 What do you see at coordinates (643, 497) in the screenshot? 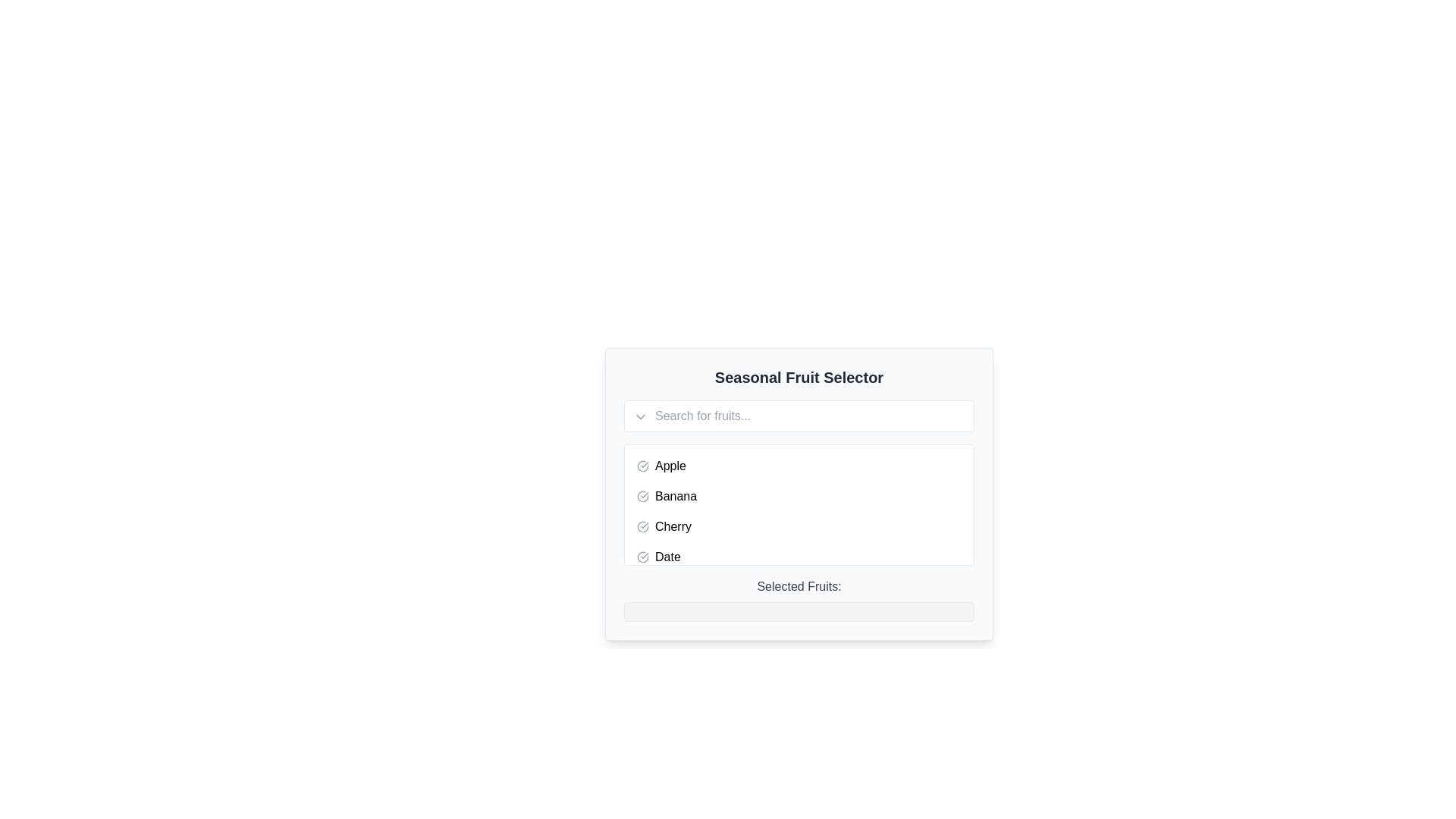
I see `the circular vector icon with a checkmark inside, located next to the text 'Banana' in the Seasonal Fruit Selector, which is the second option in the list` at bounding box center [643, 497].